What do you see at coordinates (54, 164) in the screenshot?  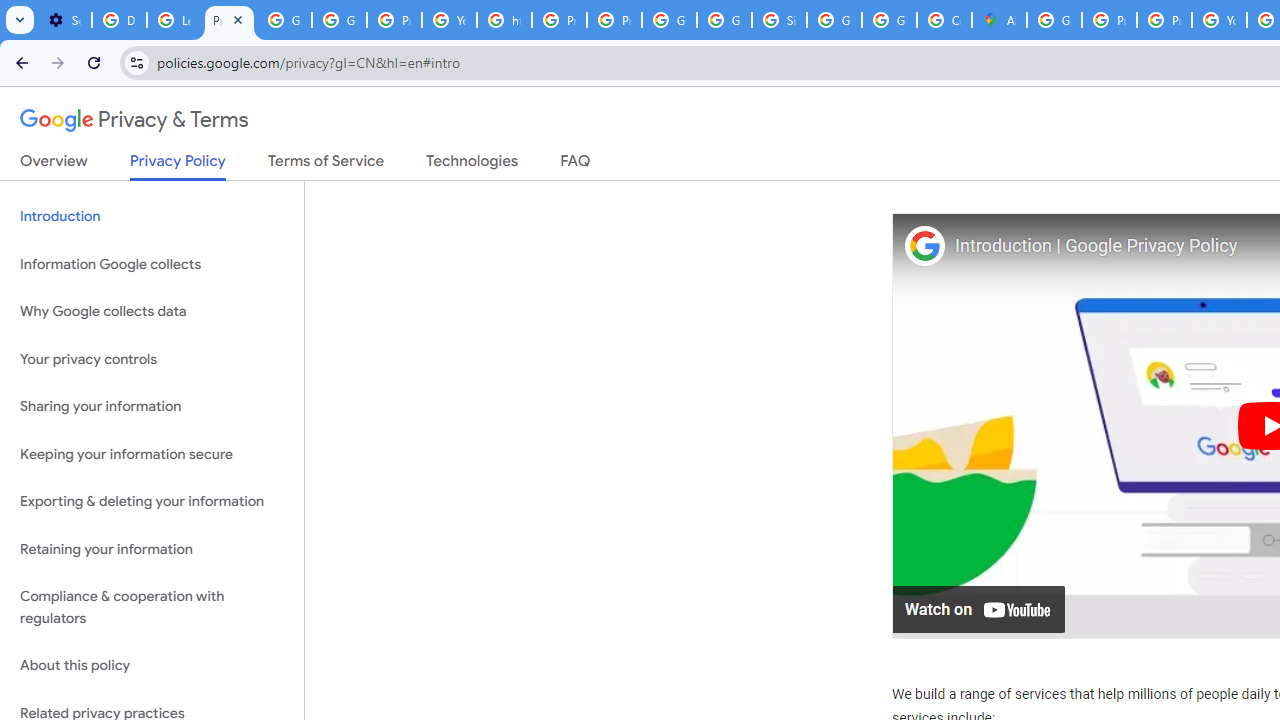 I see `'Overview'` at bounding box center [54, 164].